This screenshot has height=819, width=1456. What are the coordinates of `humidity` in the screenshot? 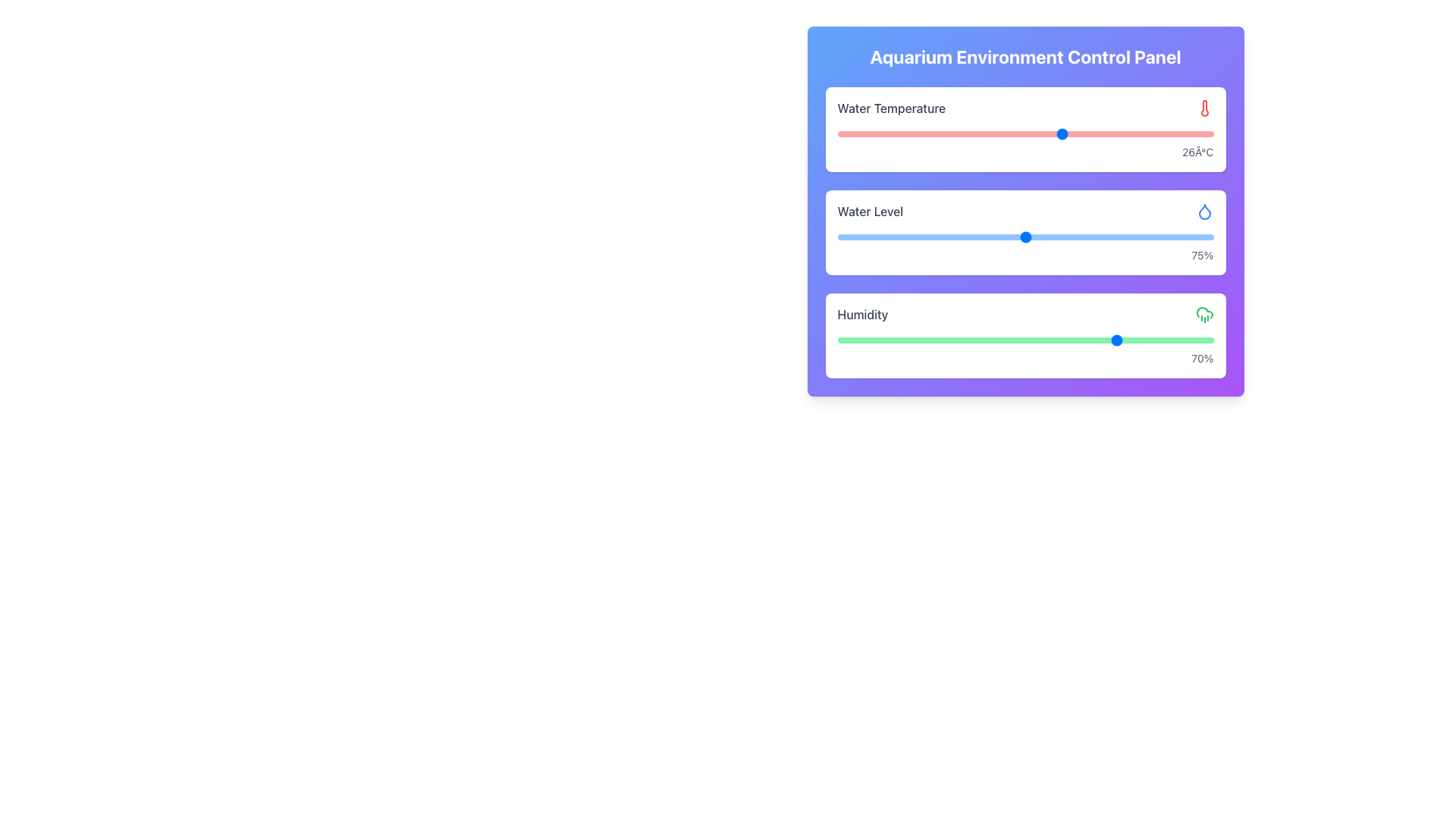 It's located at (1194, 339).